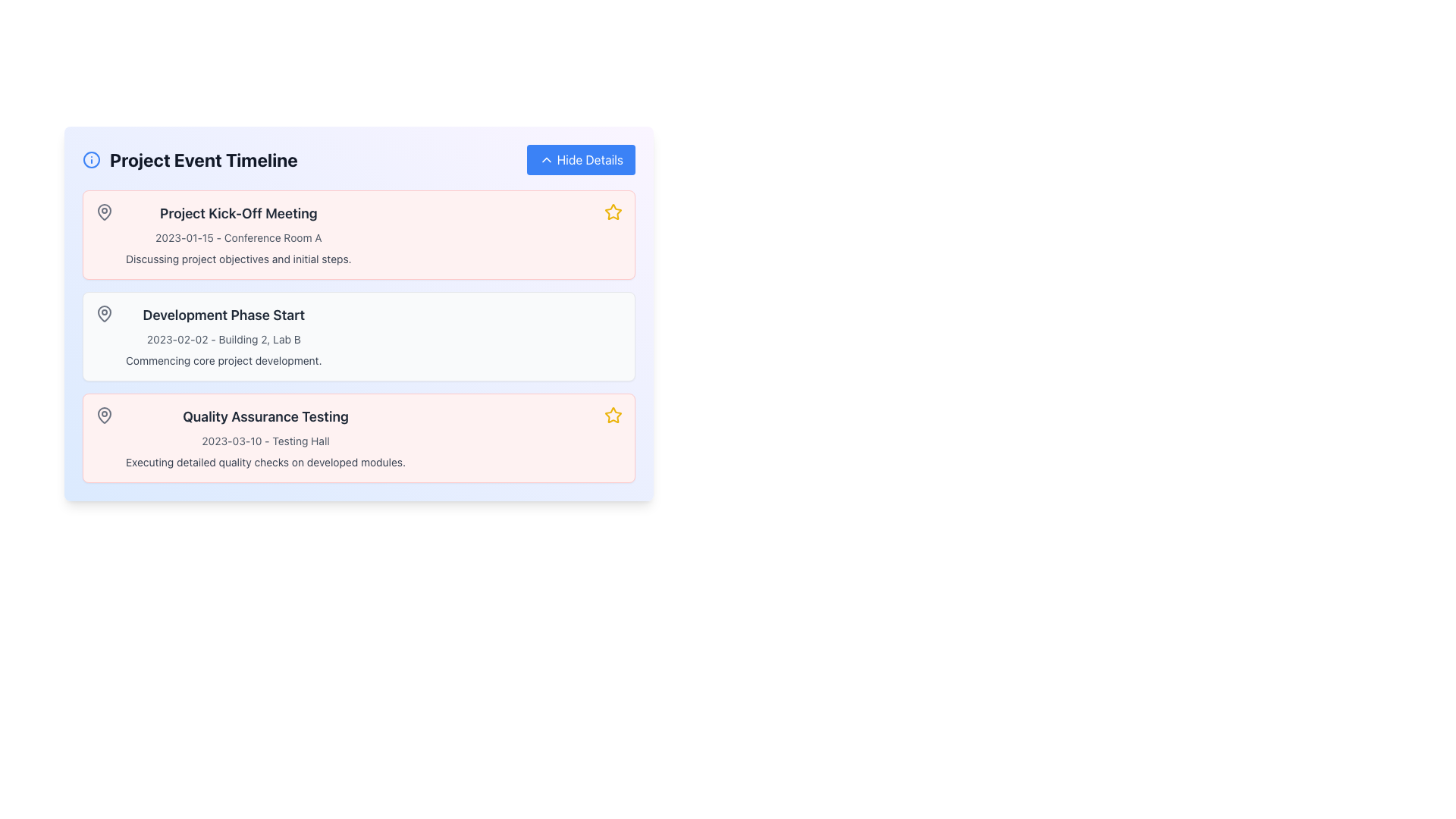 The width and height of the screenshot is (1456, 819). I want to click on informational text element displaying '2023-03-10 - Testing Hall', which is styled in a small font size and gray color, positioned below the header 'Quality Assurance Testing', so click(265, 441).